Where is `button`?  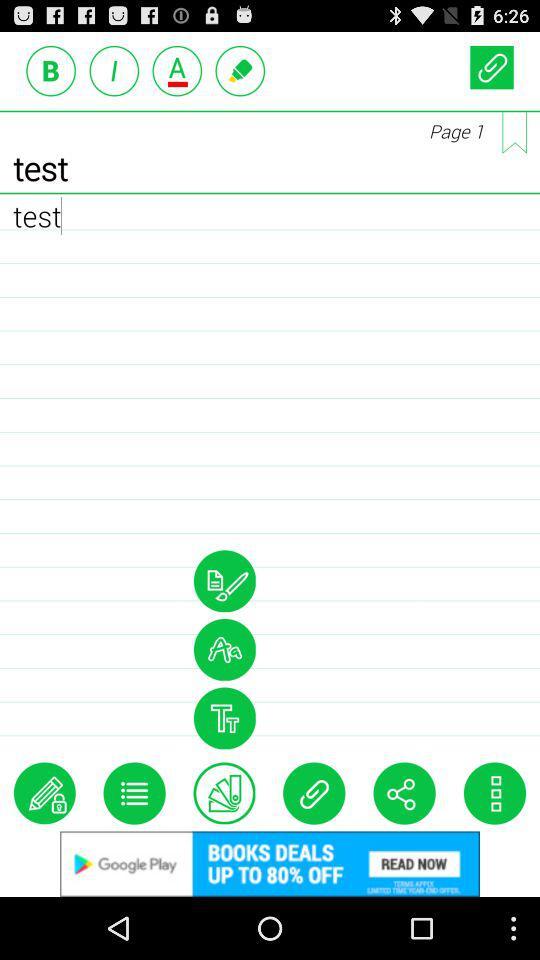
button is located at coordinates (490, 67).